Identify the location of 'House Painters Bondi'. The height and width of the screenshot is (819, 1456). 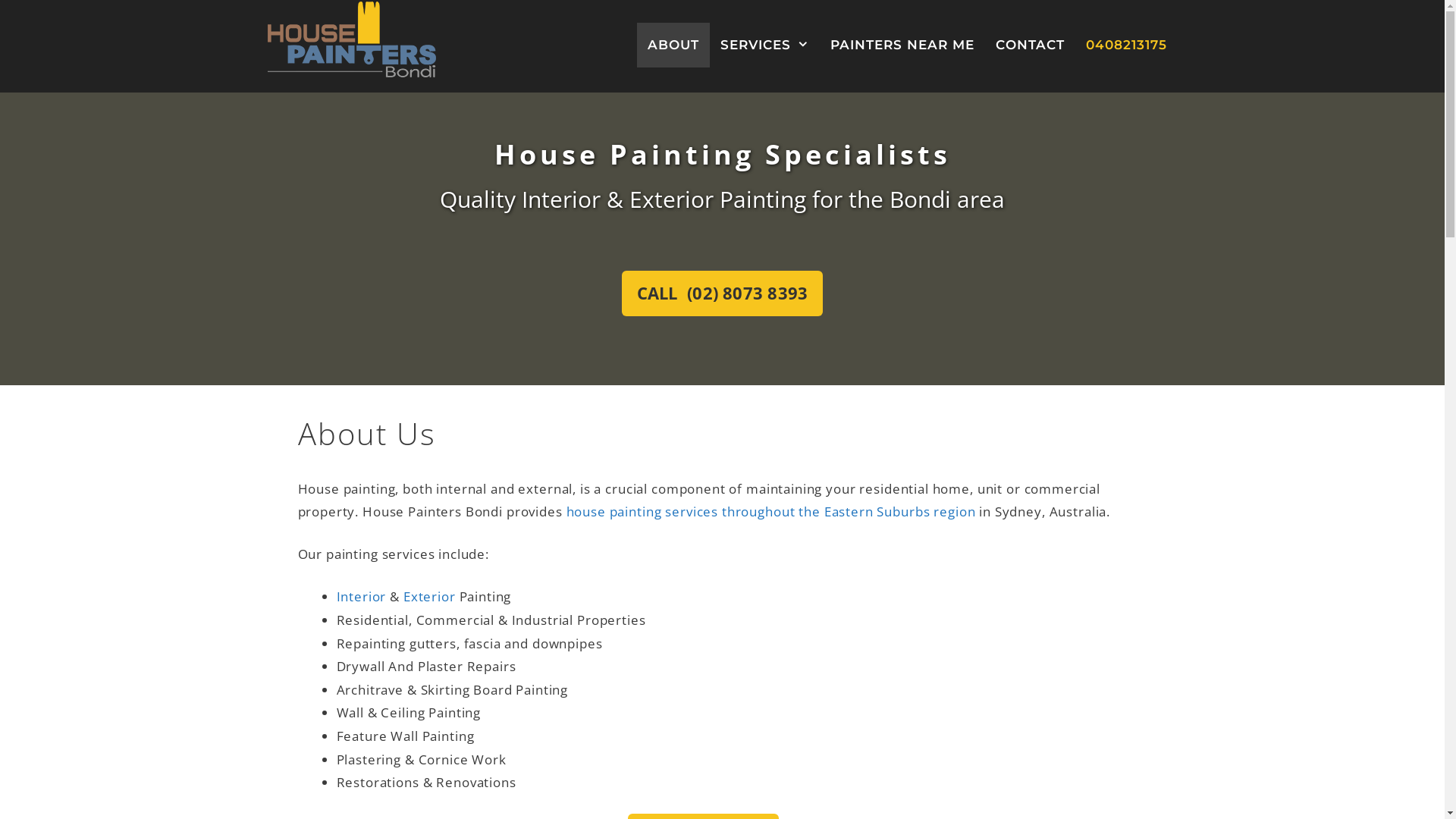
(350, 38).